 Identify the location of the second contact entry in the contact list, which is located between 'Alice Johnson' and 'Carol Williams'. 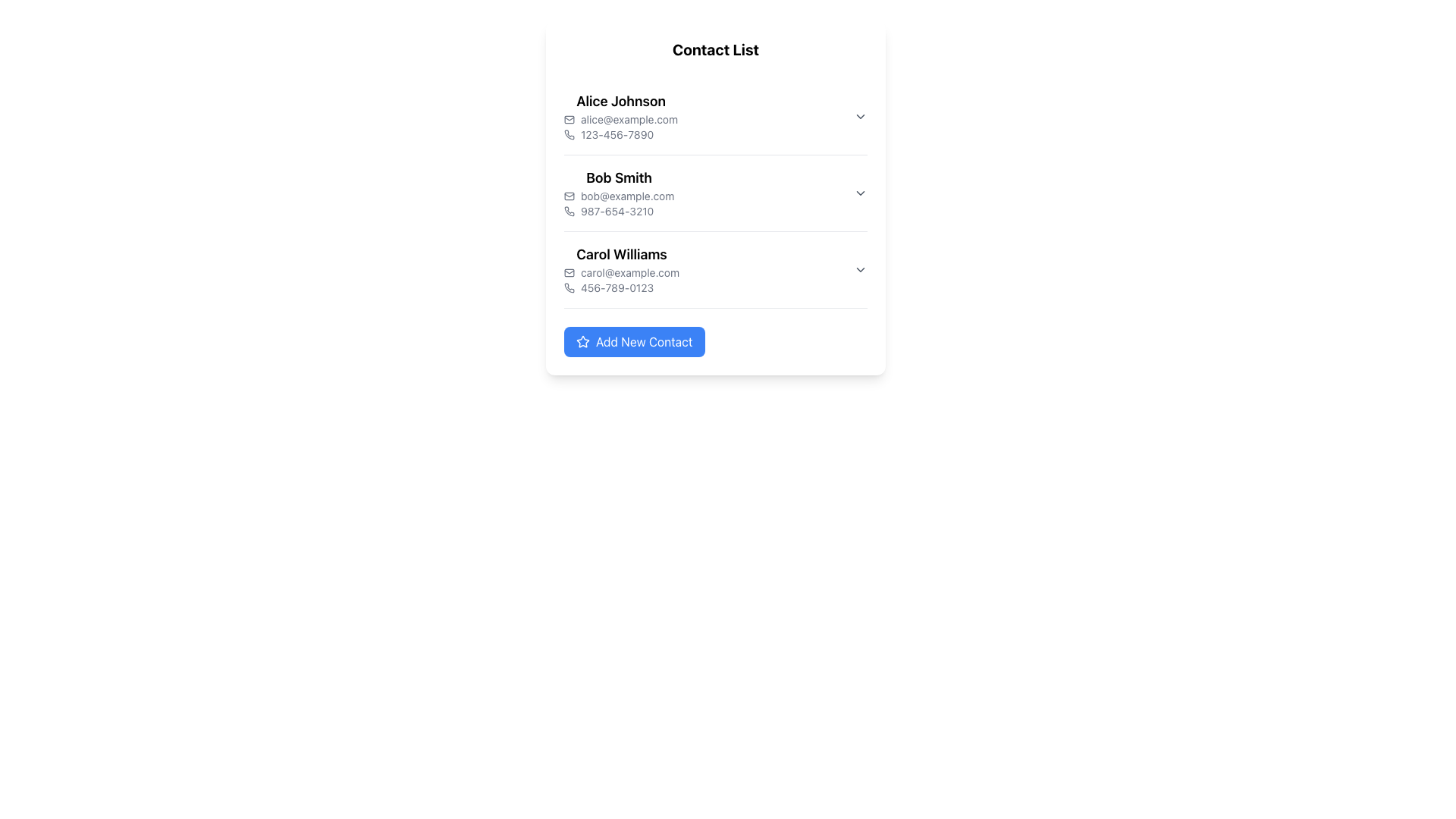
(715, 192).